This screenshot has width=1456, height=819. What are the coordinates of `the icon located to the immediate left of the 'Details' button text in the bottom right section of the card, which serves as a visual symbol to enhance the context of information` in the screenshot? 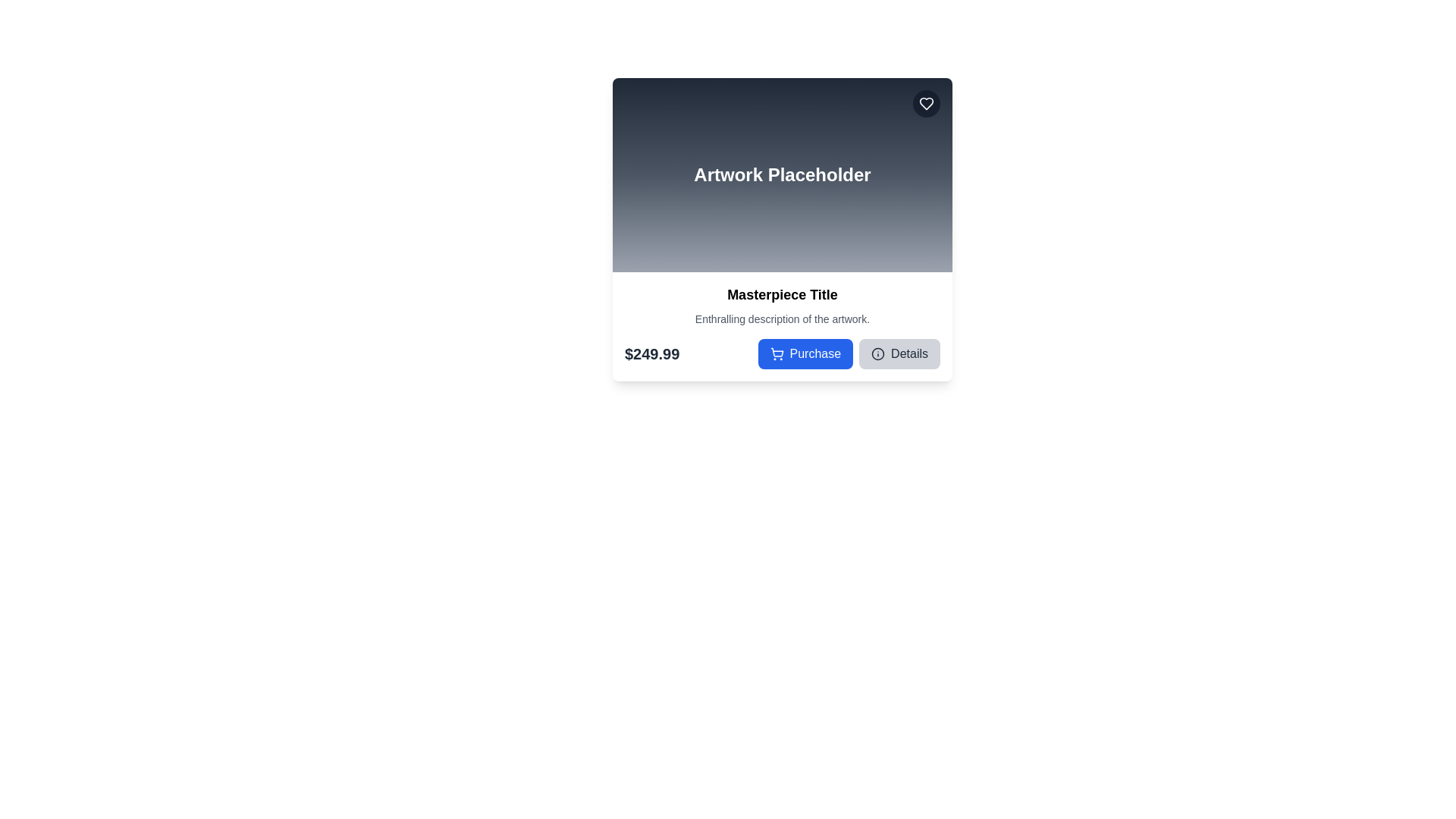 It's located at (878, 353).